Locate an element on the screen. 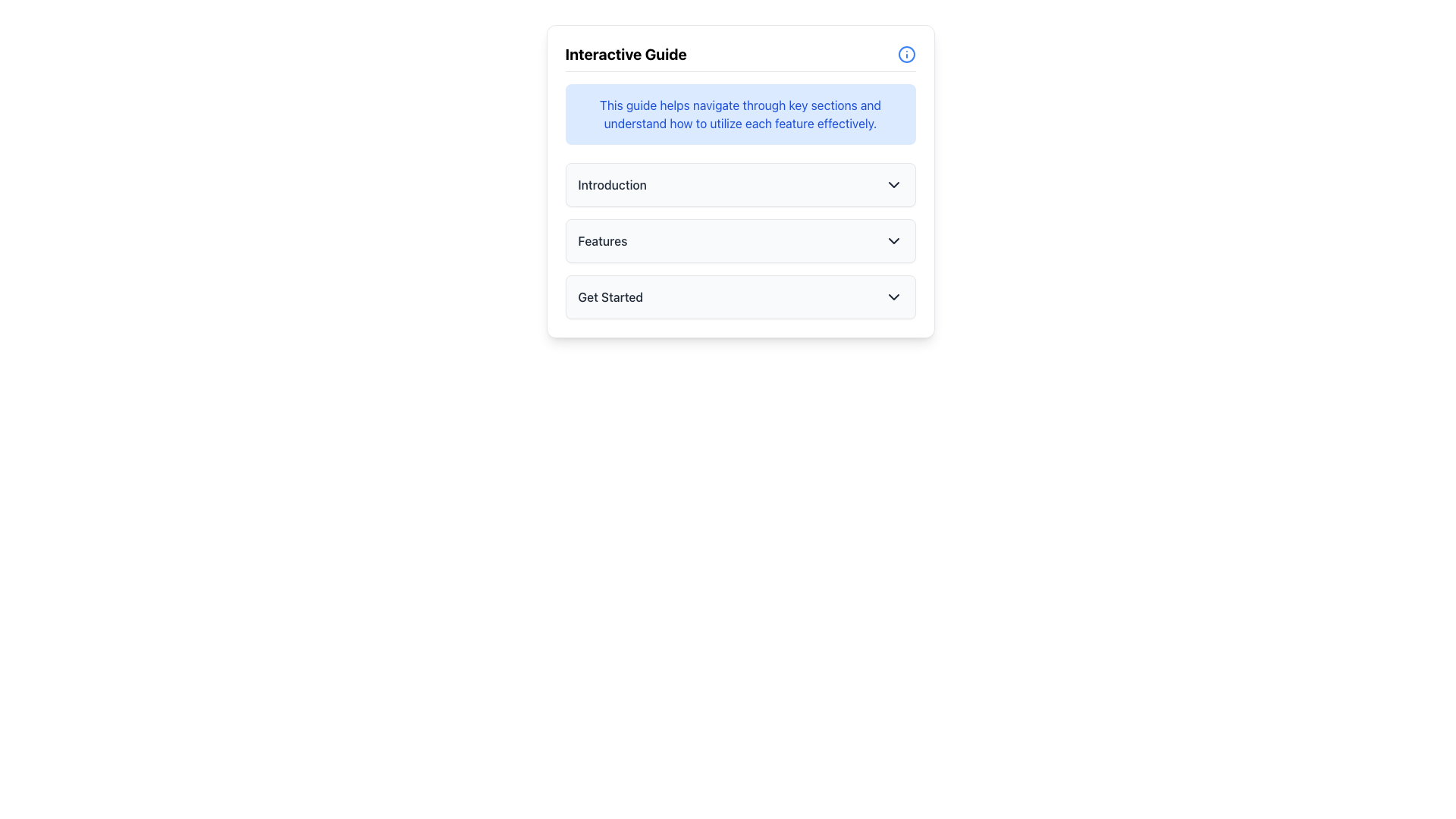 The image size is (1456, 819). the Chevron Down icon located on the far right side of the 'Features' text is located at coordinates (893, 240).